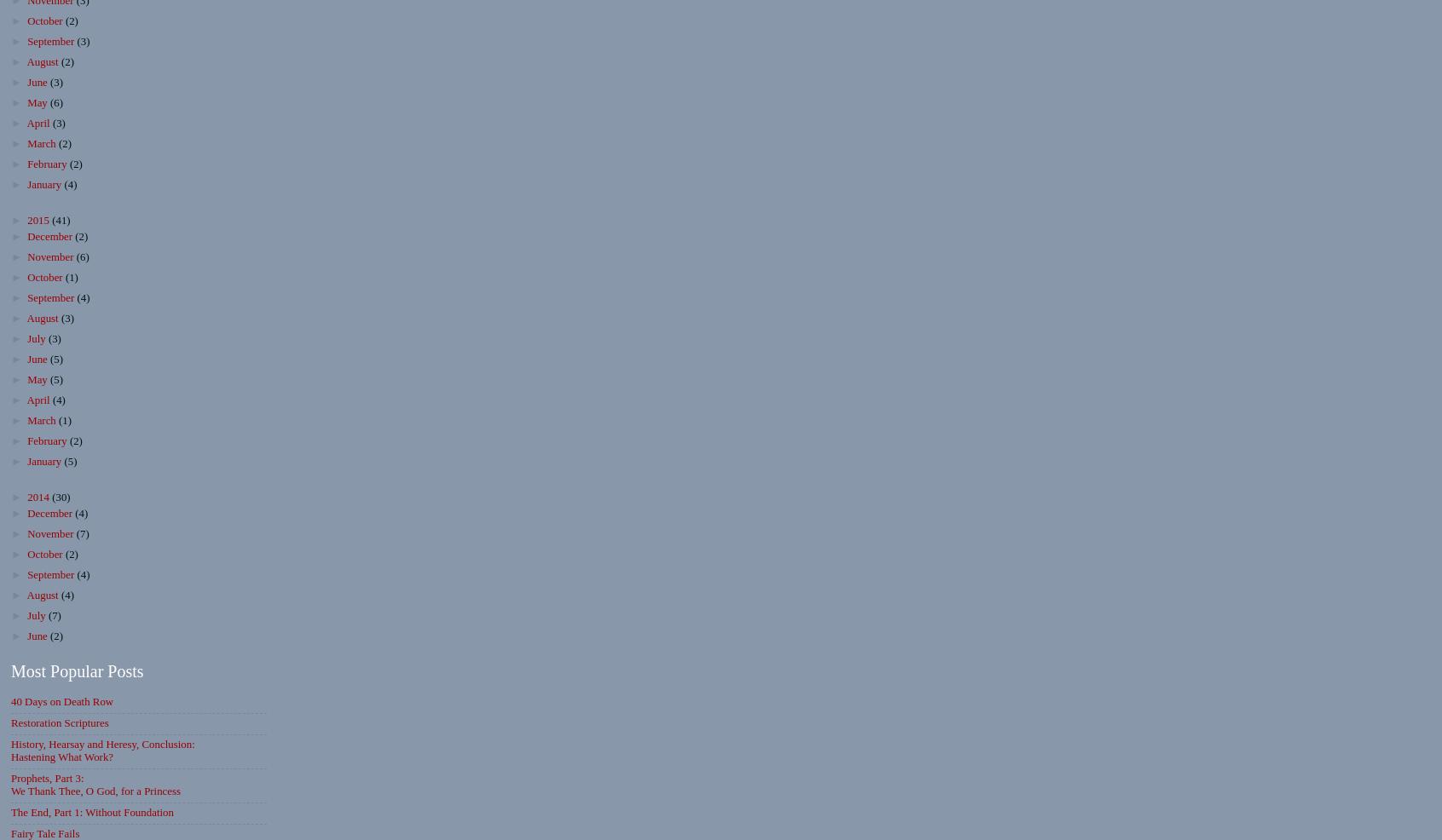 This screenshot has width=1442, height=840. Describe the element at coordinates (102, 743) in the screenshot. I see `'History, Hearsay and Heresy, Conclusion:'` at that location.